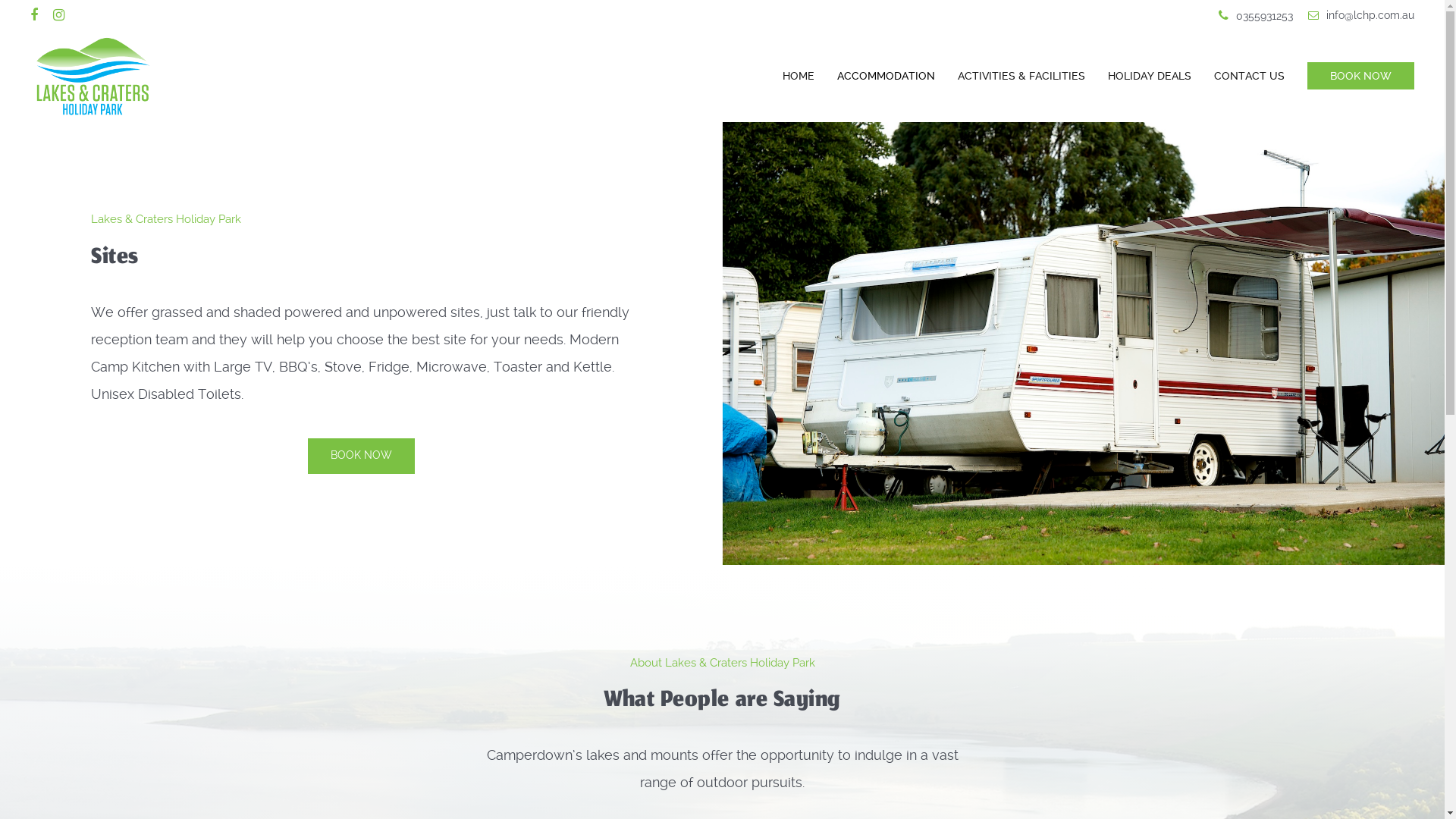 Image resolution: width=1456 pixels, height=819 pixels. What do you see at coordinates (886, 76) in the screenshot?
I see `'ACCOMMODATION'` at bounding box center [886, 76].